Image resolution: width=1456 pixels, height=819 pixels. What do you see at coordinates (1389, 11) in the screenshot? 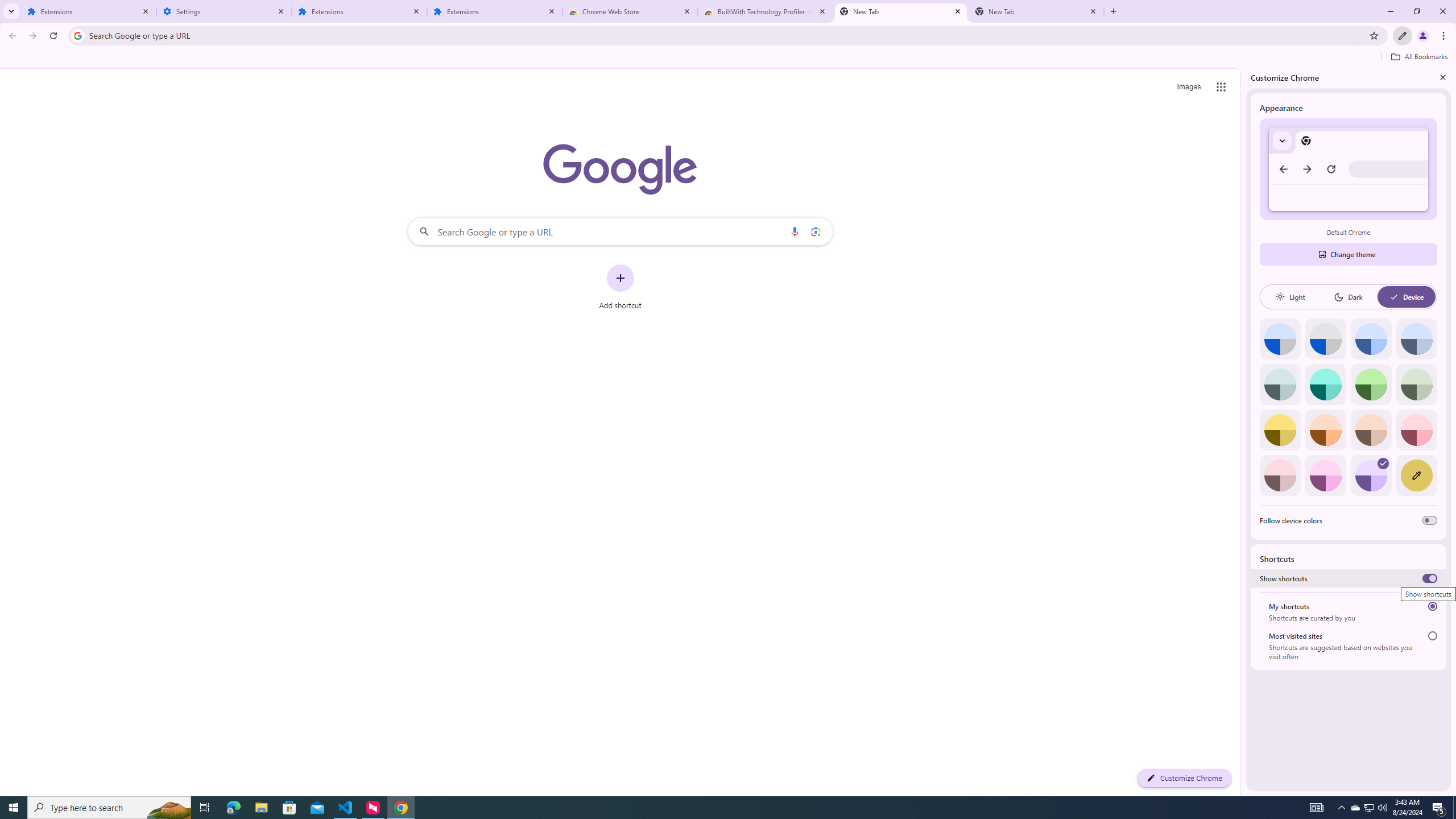
I see `'Minimize'` at bounding box center [1389, 11].